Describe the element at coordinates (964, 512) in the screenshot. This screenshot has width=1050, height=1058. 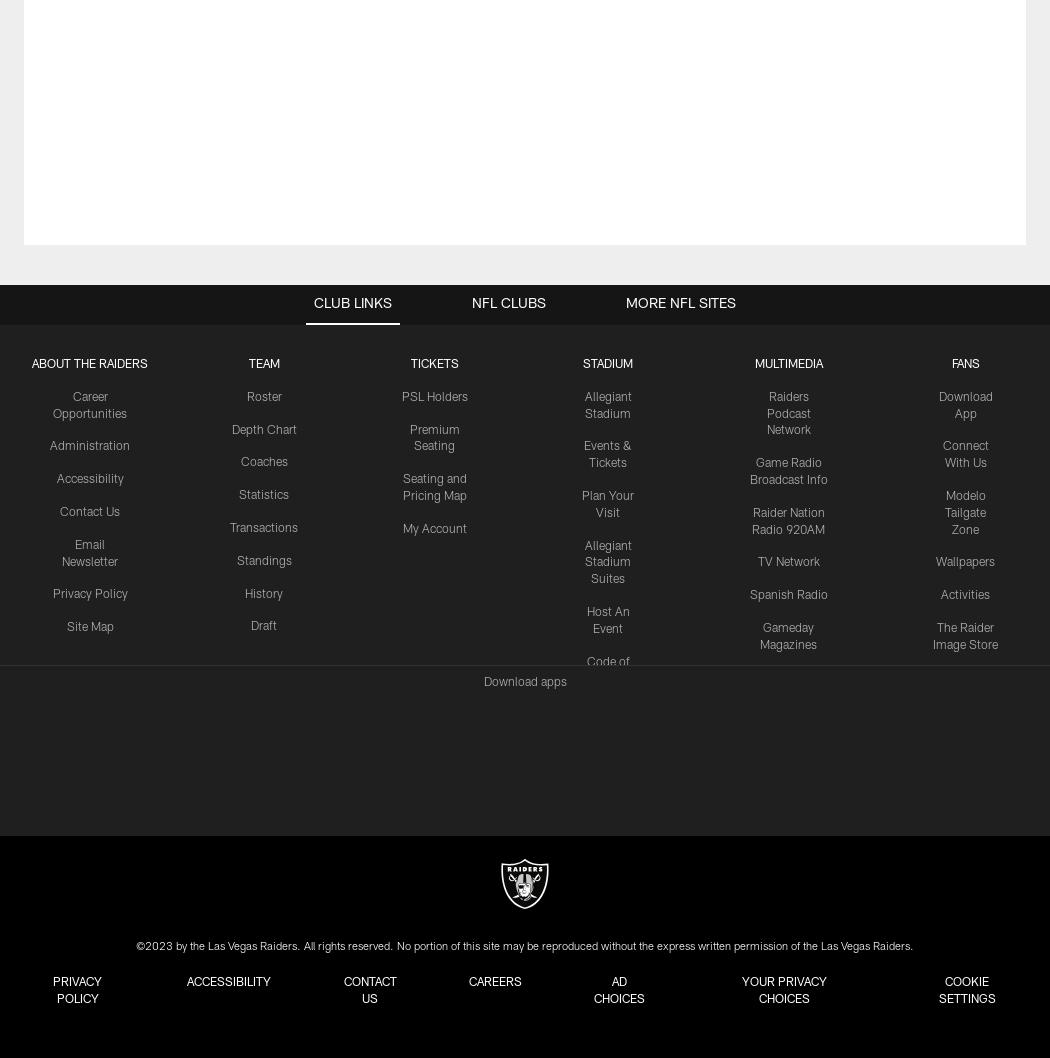
I see `'Modelo Tailgate Zone'` at that location.